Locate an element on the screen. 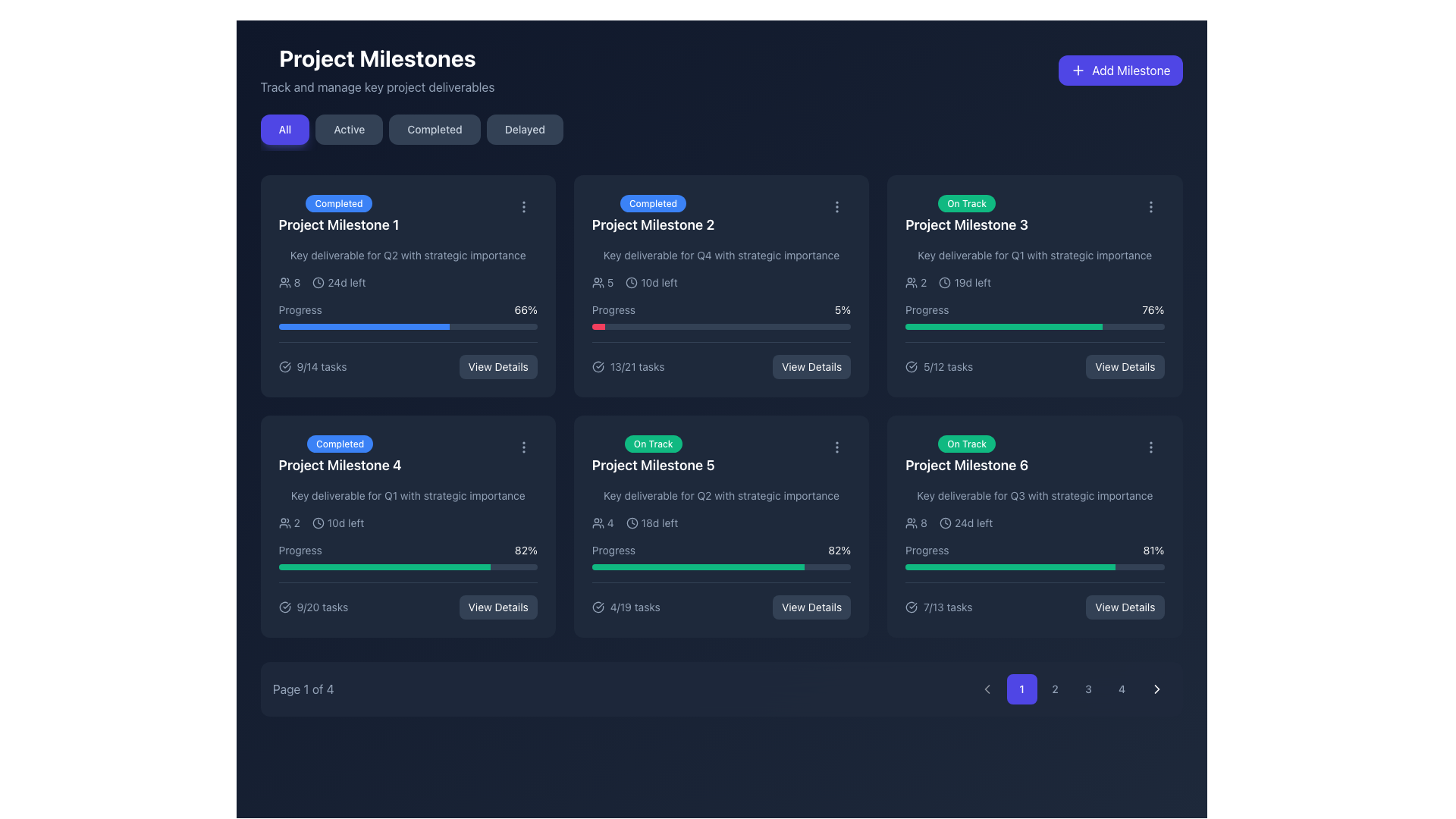 The image size is (1456, 819). the small, rounded button labeled '2' in the pagination control section is located at coordinates (1054, 689).